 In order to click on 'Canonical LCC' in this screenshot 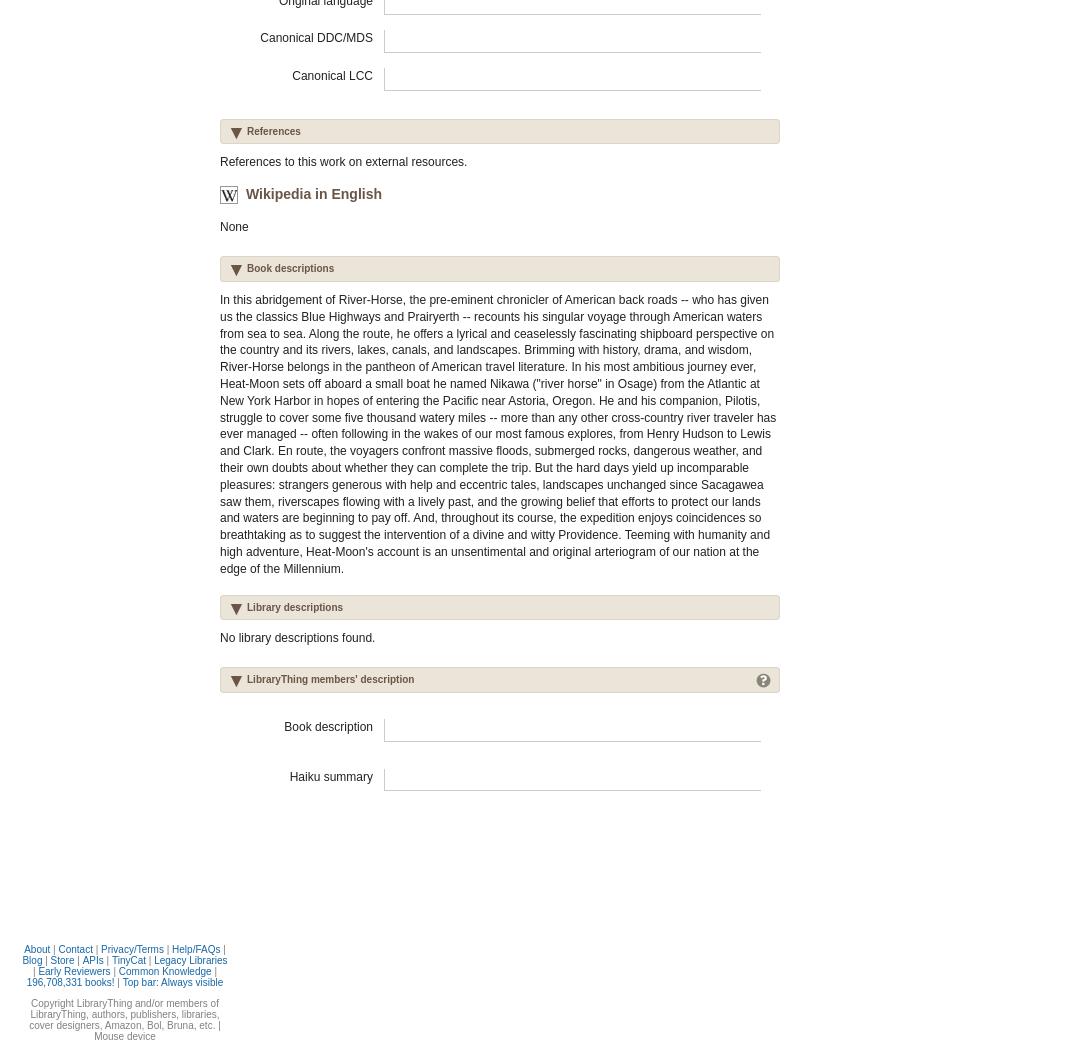, I will do `click(331, 73)`.